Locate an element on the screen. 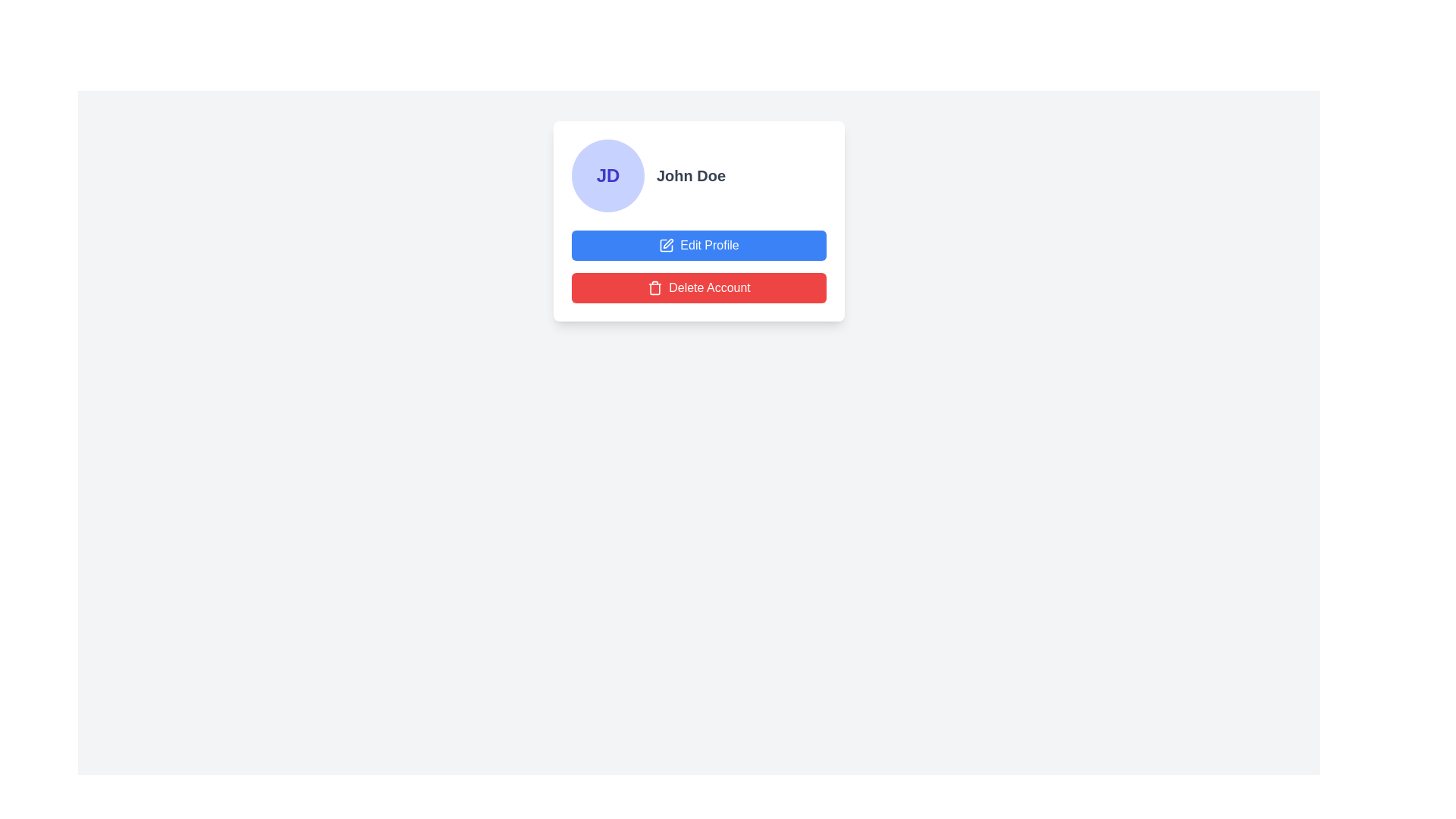 Image resolution: width=1456 pixels, height=819 pixels. the 'Delete Account' button located below the 'Edit Profile' button in the card-like structure to initiate account deletion is located at coordinates (698, 288).